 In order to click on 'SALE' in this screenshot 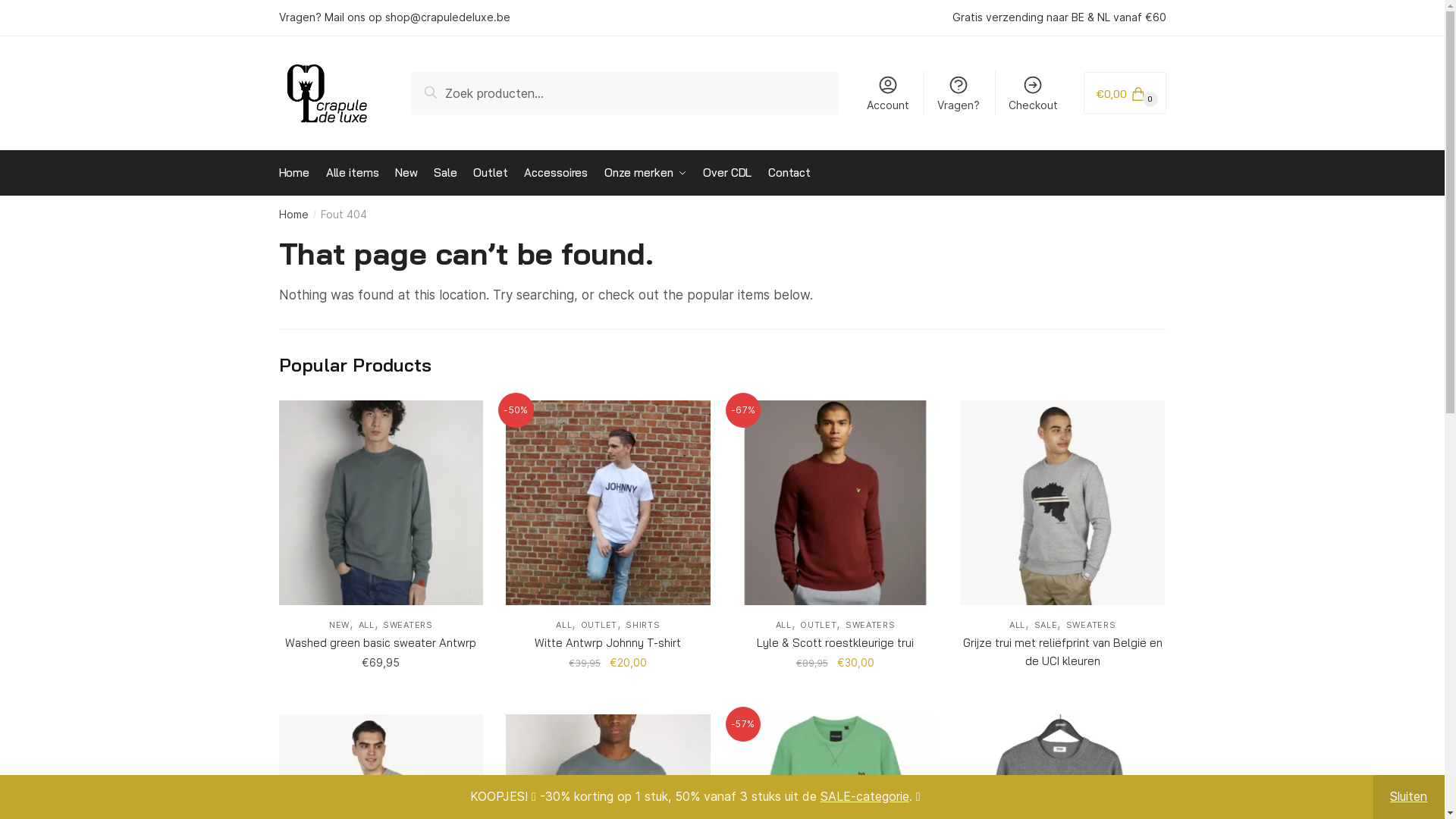, I will do `click(1033, 625)`.